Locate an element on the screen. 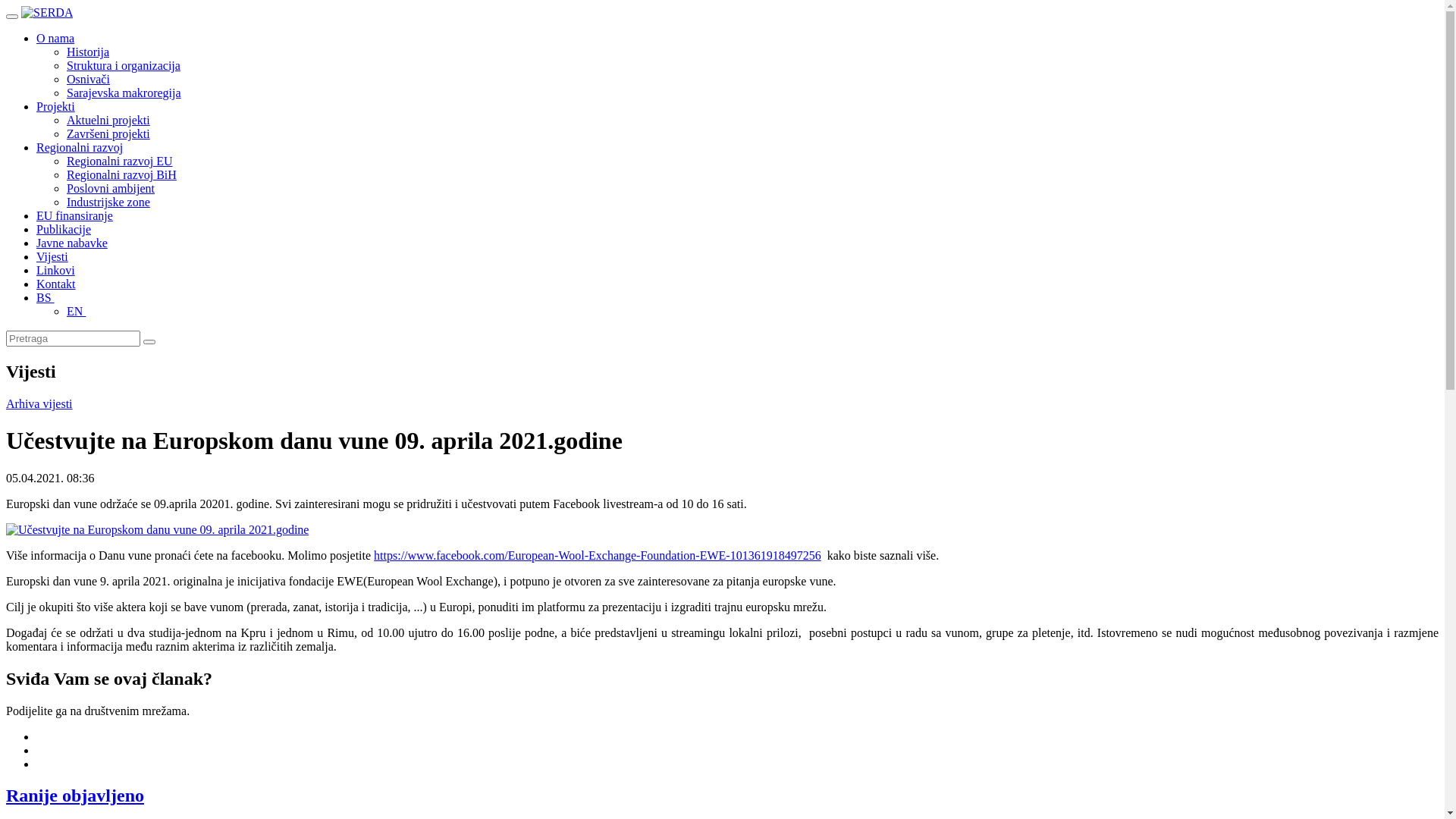 This screenshot has width=1456, height=819. 'EN' is located at coordinates (65, 310).